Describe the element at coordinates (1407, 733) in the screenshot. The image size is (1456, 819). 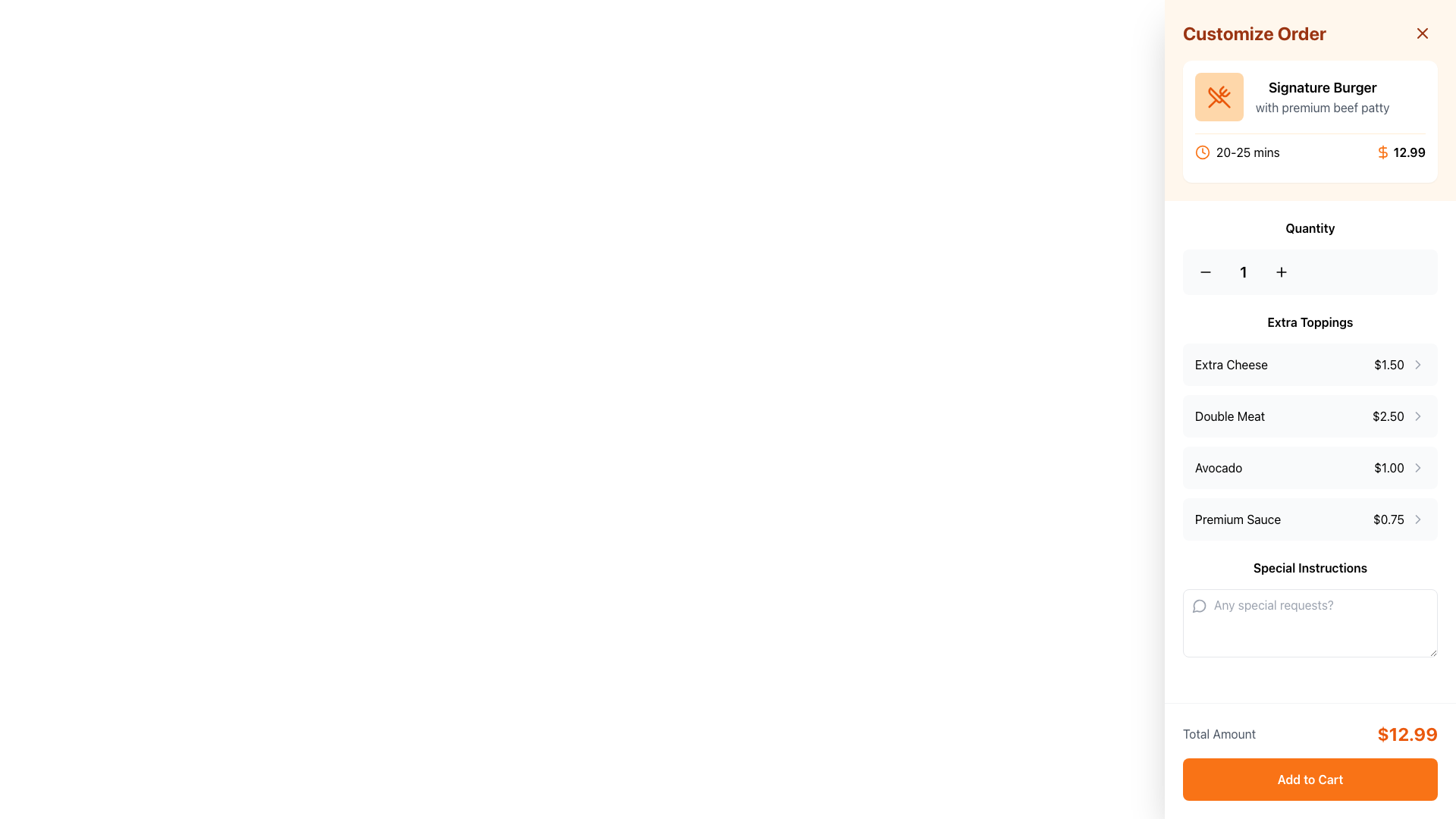
I see `the text display showing the amount '$12.99' in large, bold orange font located in the lower-right corner of the interface, next to 'Total Amount'` at that location.